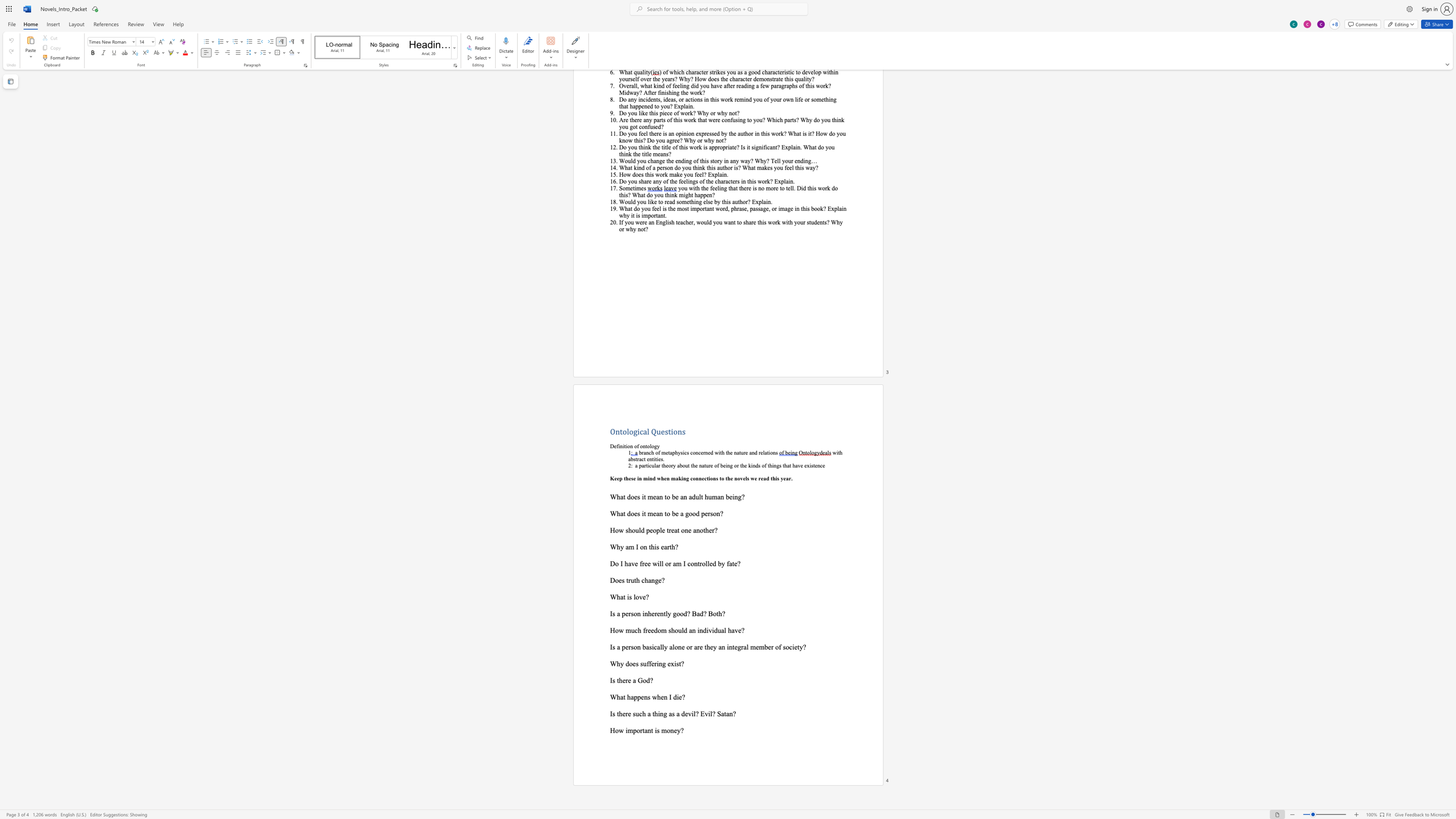 This screenshot has height=819, width=1456. Describe the element at coordinates (625, 647) in the screenshot. I see `the space between the continuous character "p" and "e" in the text` at that location.